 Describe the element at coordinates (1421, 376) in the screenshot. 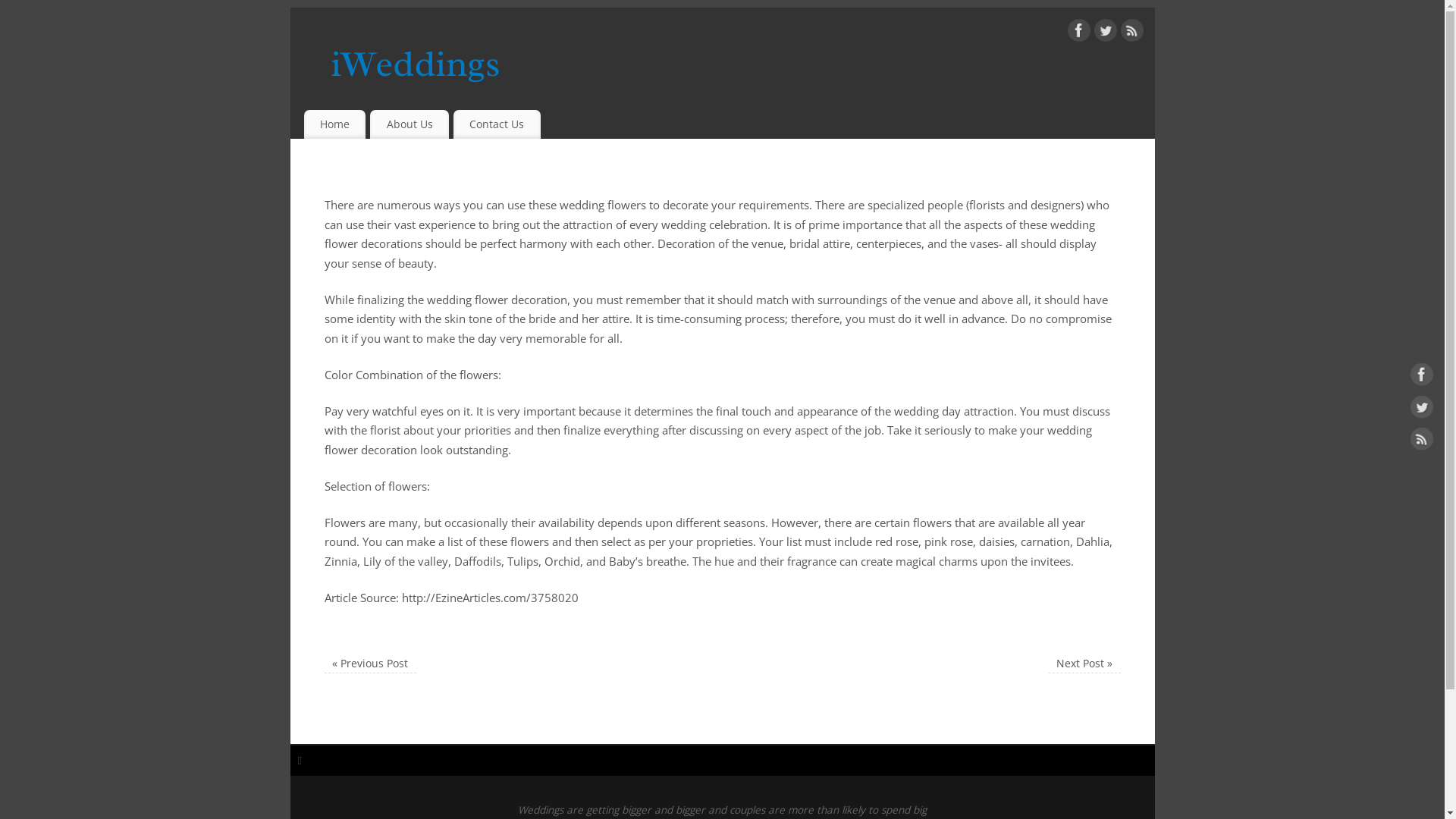

I see `'Facebook'` at that location.